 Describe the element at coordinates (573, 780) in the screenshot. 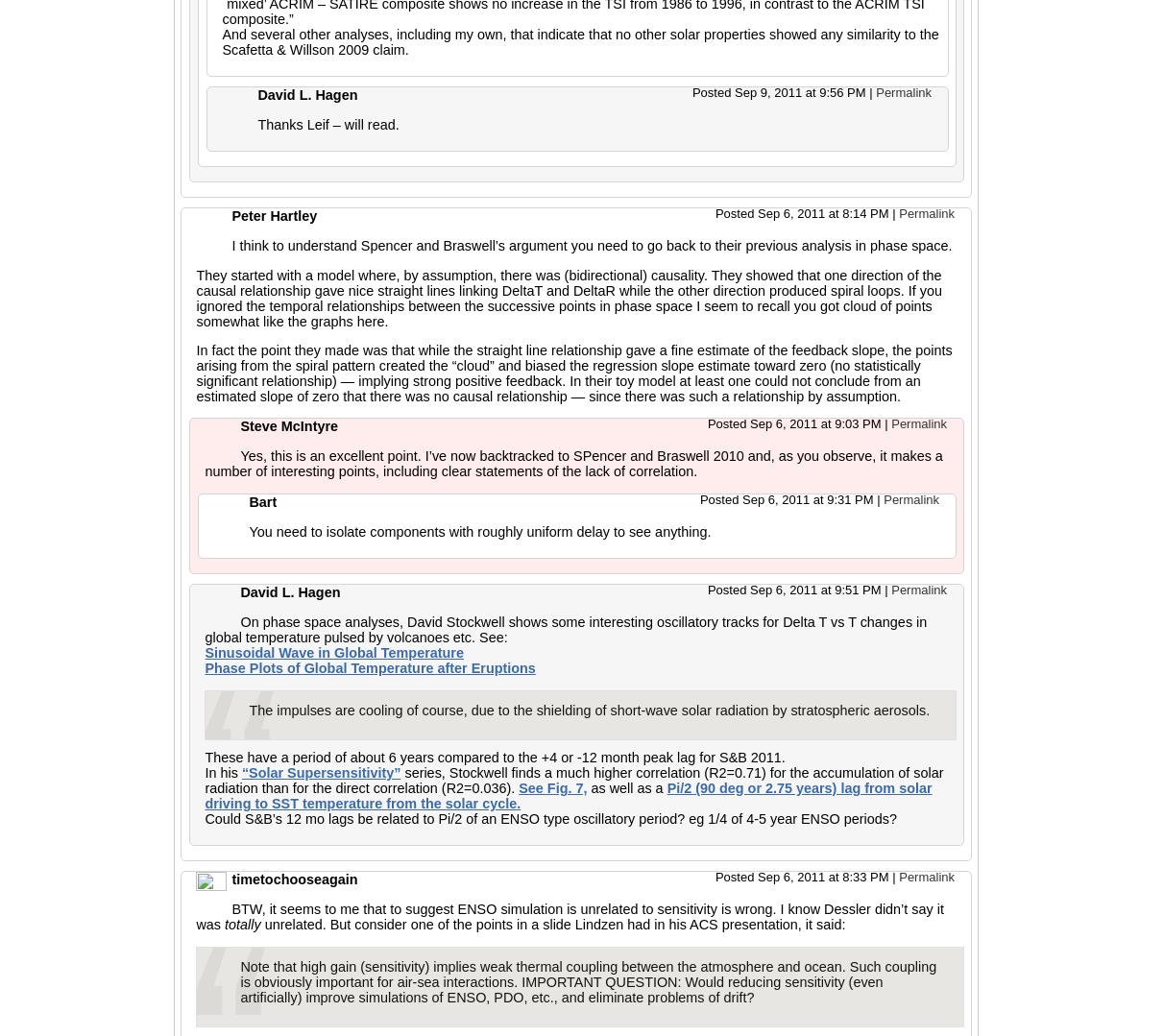

I see `'series, Stockwell finds a much higher correlation (R2=0.71) for the accumulation of solar radiation than for the direct correlation (R2=0.036).'` at that location.